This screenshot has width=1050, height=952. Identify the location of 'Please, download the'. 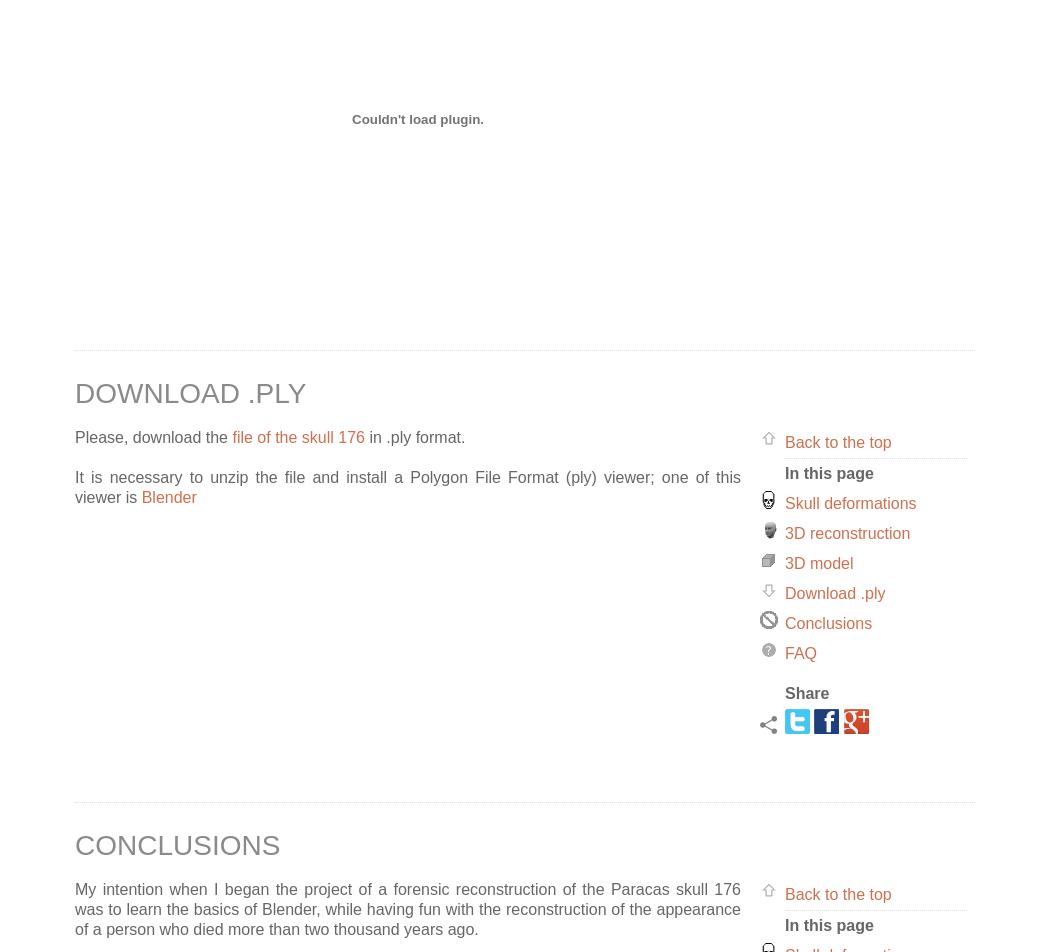
(153, 436).